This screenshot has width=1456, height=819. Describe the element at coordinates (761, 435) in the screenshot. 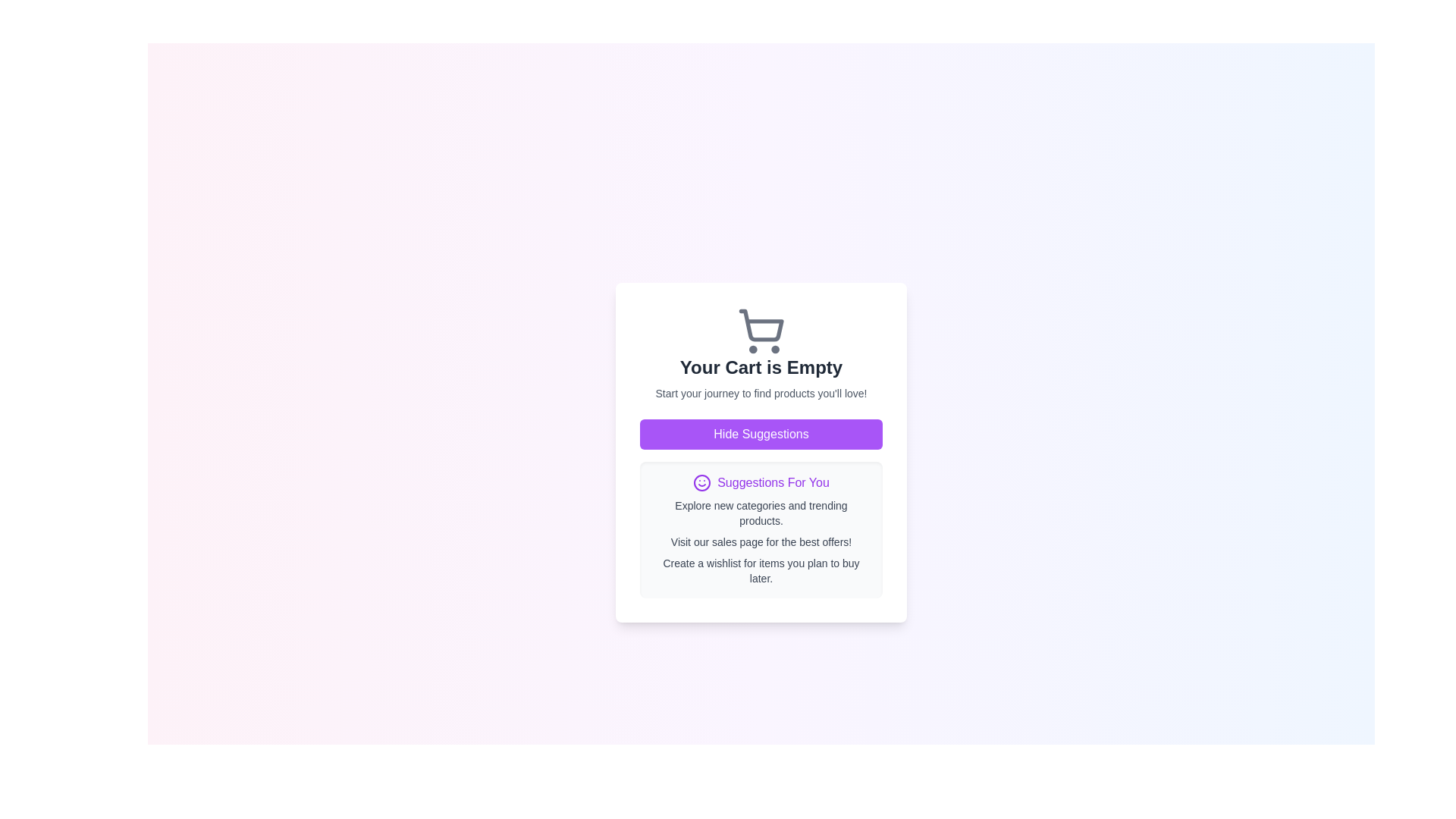

I see `the button located below the text 'Start your journey to find products you'll love!' to hide the suggestions section displayed below it` at that location.